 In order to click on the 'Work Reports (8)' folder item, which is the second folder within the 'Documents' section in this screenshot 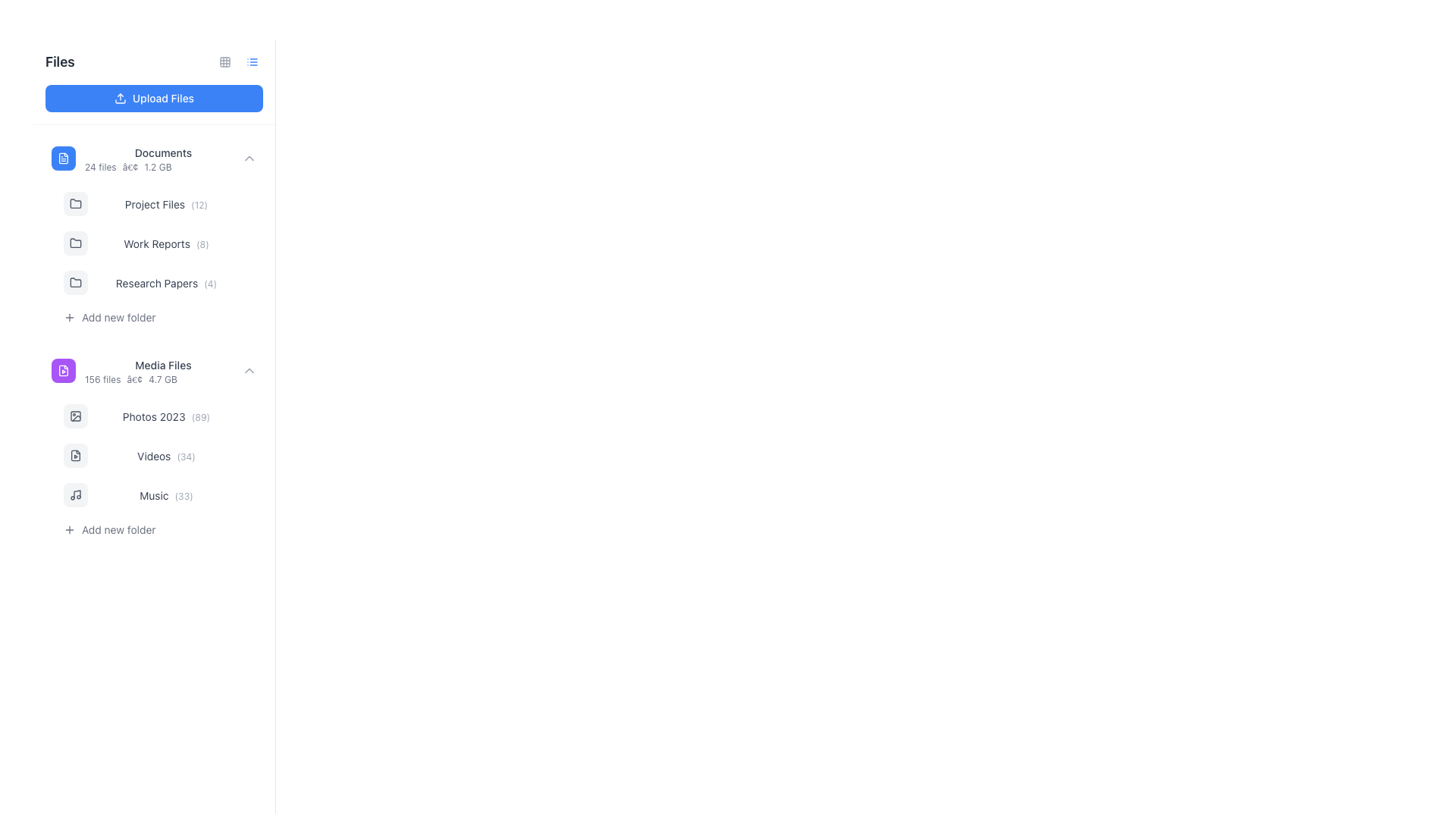, I will do `click(160, 242)`.